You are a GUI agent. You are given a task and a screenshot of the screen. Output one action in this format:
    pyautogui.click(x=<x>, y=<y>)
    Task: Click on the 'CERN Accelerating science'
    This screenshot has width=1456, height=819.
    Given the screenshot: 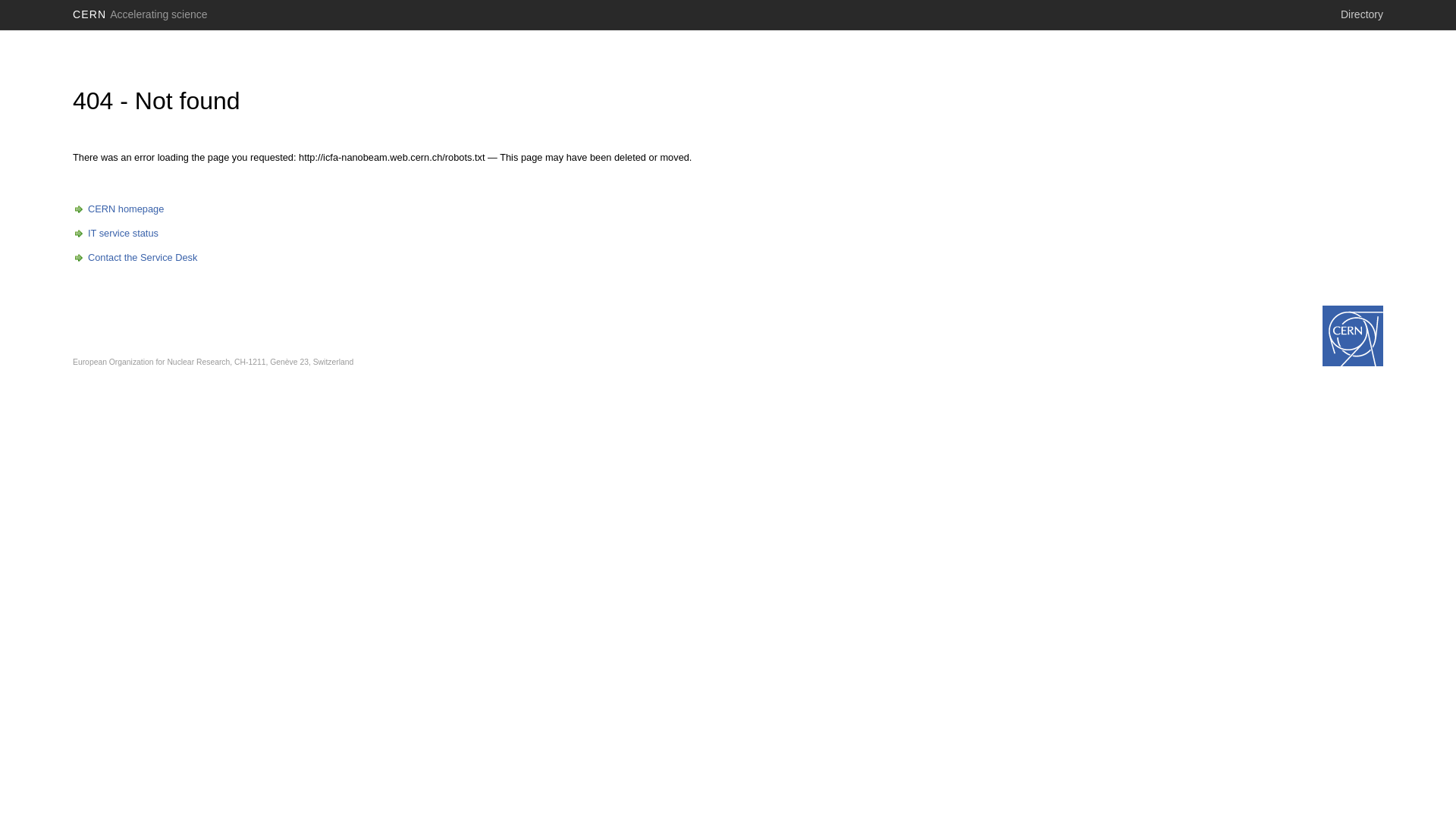 What is the action you would take?
    pyautogui.click(x=140, y=14)
    